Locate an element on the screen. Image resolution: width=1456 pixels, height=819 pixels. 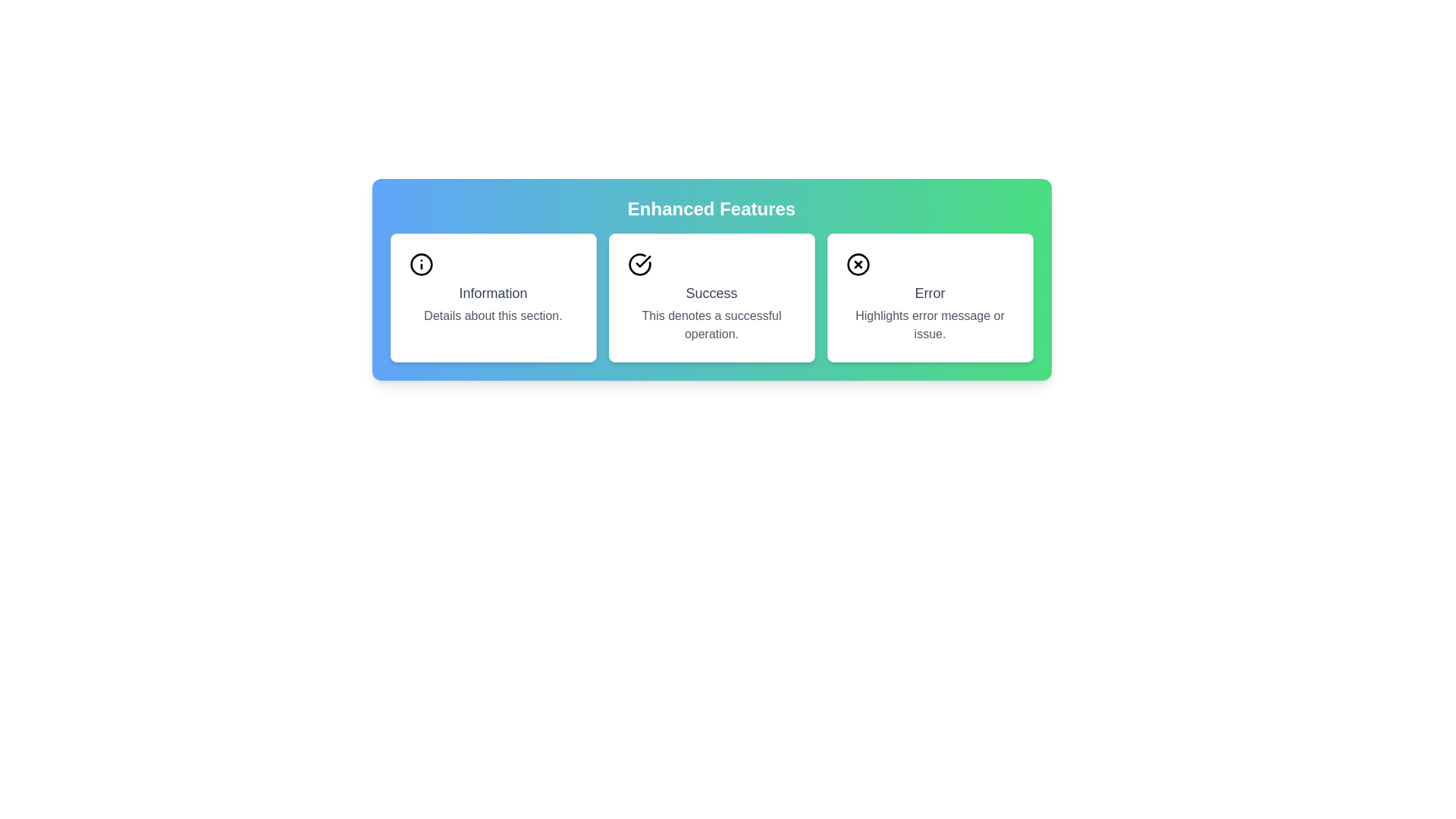
the circular 'close' icon with a black outline located at the top-left corner of the 'Error' card is located at coordinates (858, 263).